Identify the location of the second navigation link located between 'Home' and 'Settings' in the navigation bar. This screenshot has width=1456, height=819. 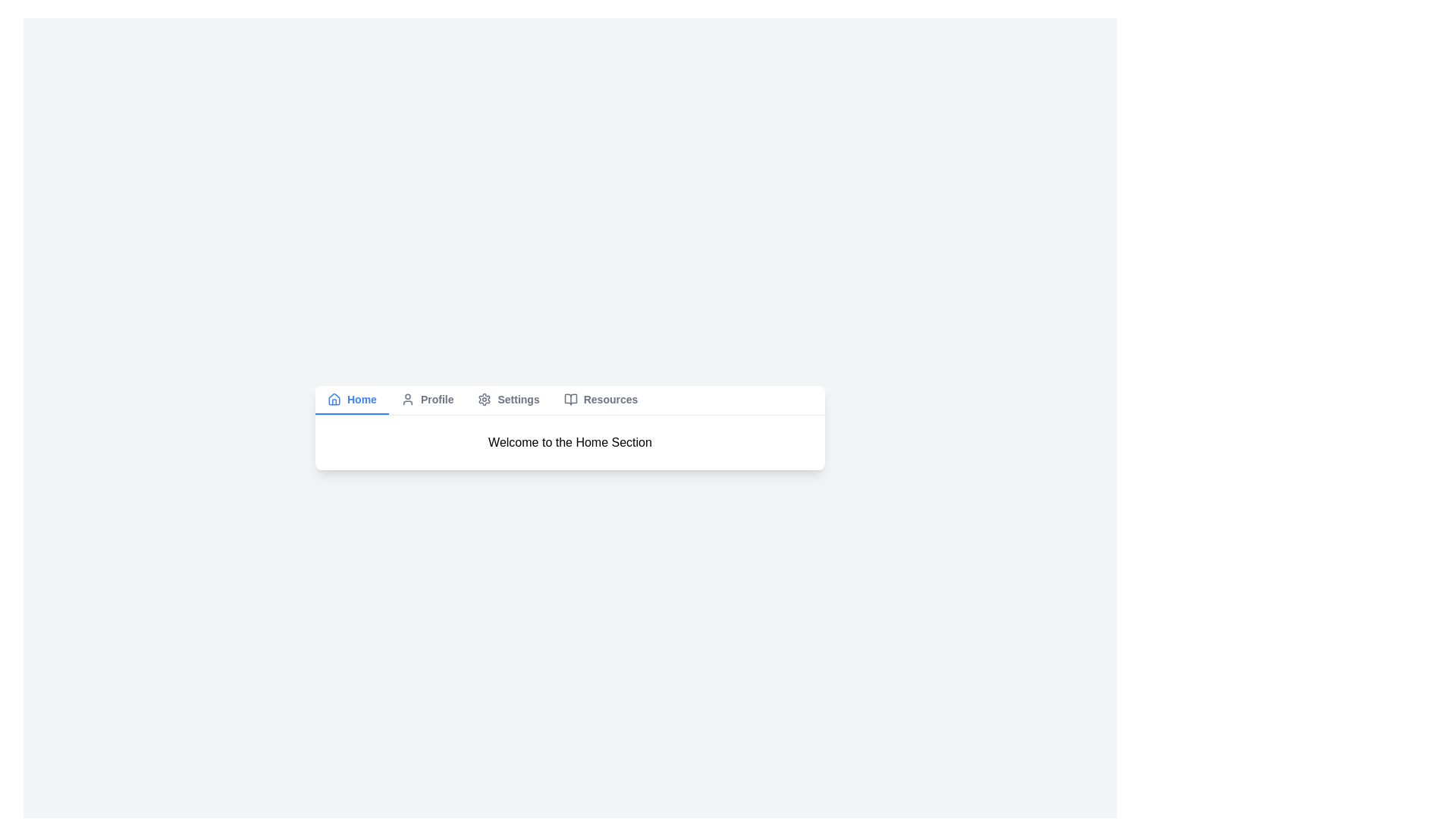
(426, 399).